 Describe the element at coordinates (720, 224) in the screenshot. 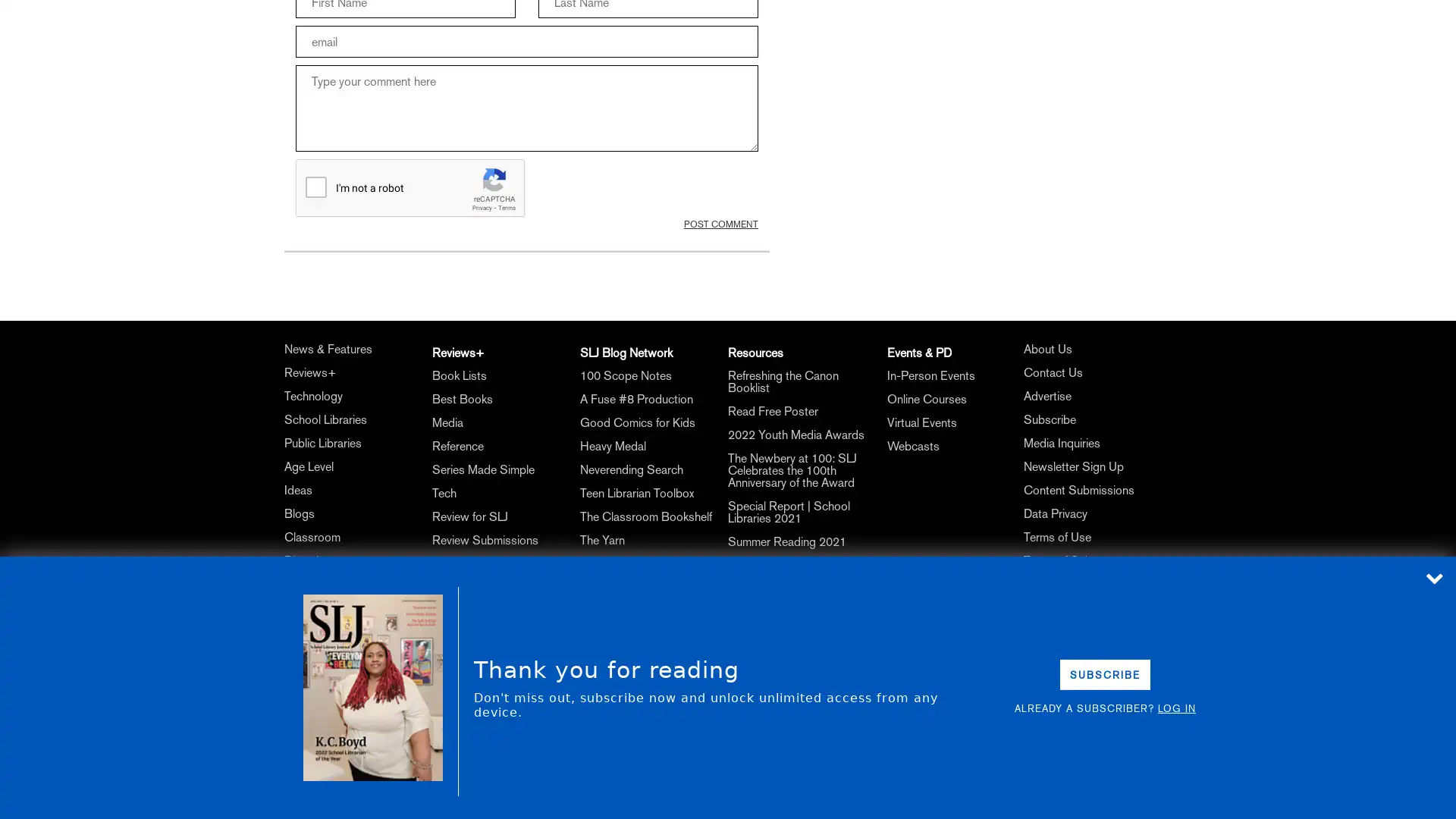

I see `POST COMMENT` at that location.